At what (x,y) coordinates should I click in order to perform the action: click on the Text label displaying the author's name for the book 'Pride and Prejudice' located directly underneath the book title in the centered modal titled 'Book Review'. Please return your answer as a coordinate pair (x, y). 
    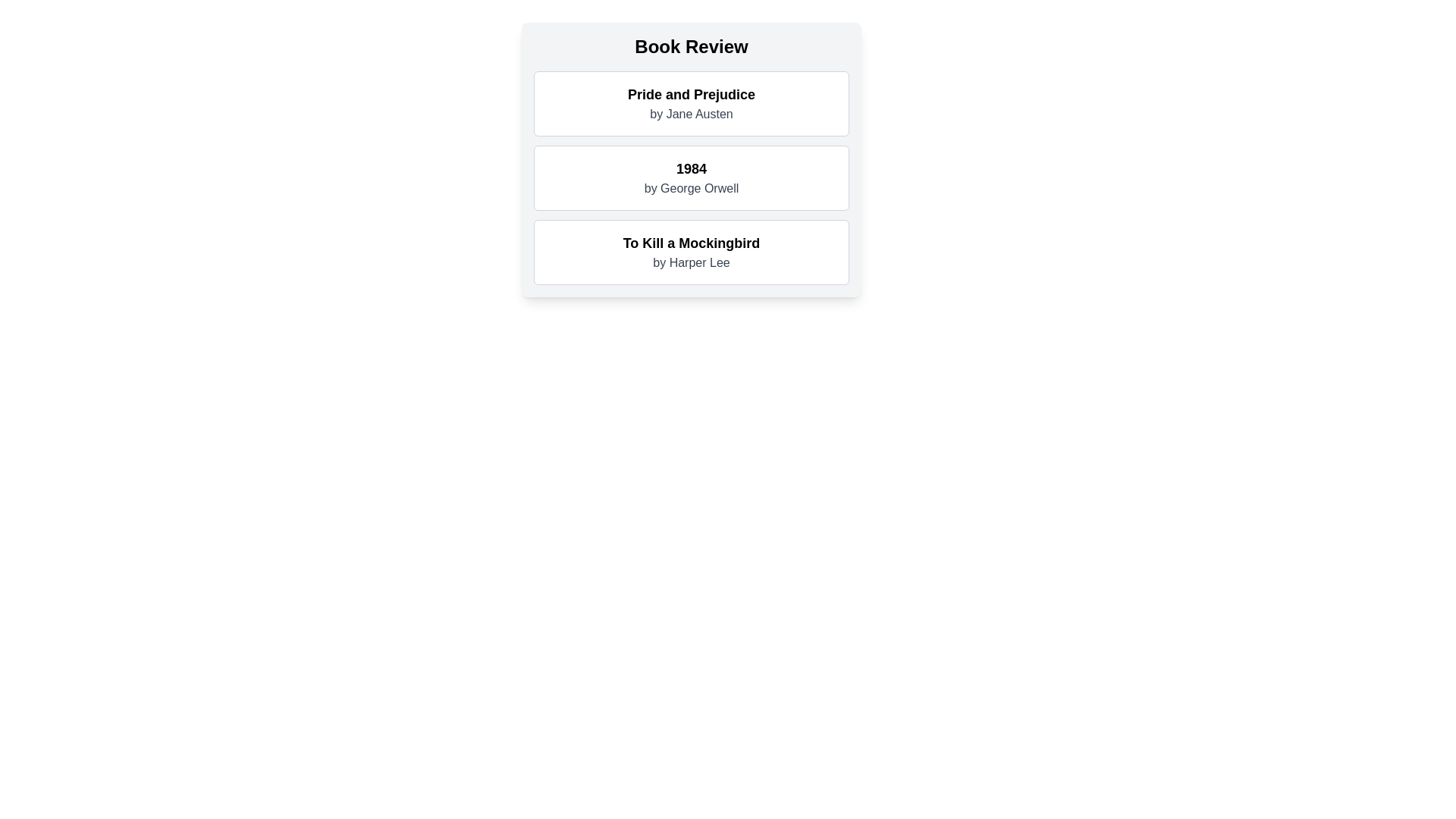
    Looking at the image, I should click on (691, 113).